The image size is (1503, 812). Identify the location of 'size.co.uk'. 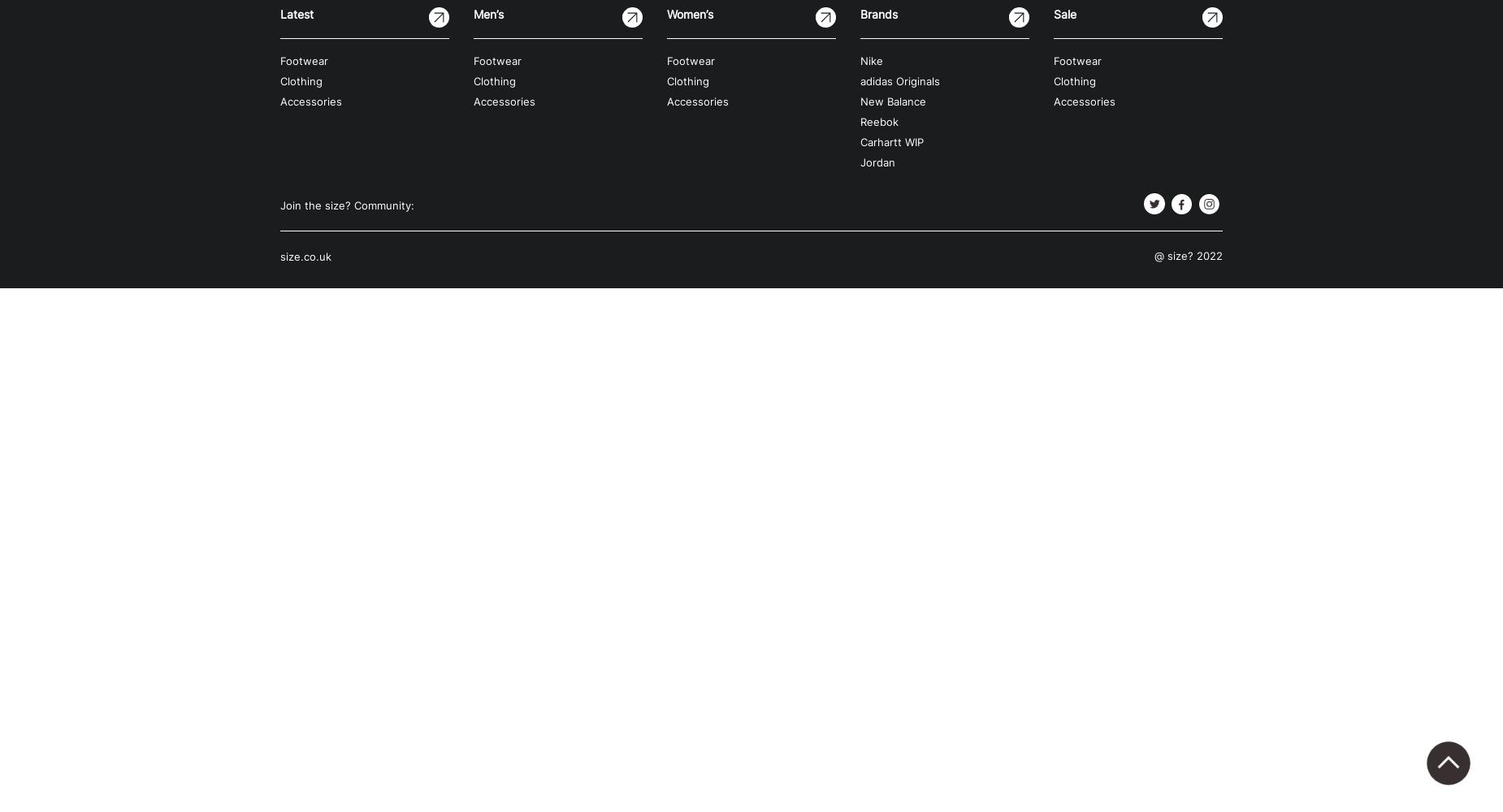
(305, 256).